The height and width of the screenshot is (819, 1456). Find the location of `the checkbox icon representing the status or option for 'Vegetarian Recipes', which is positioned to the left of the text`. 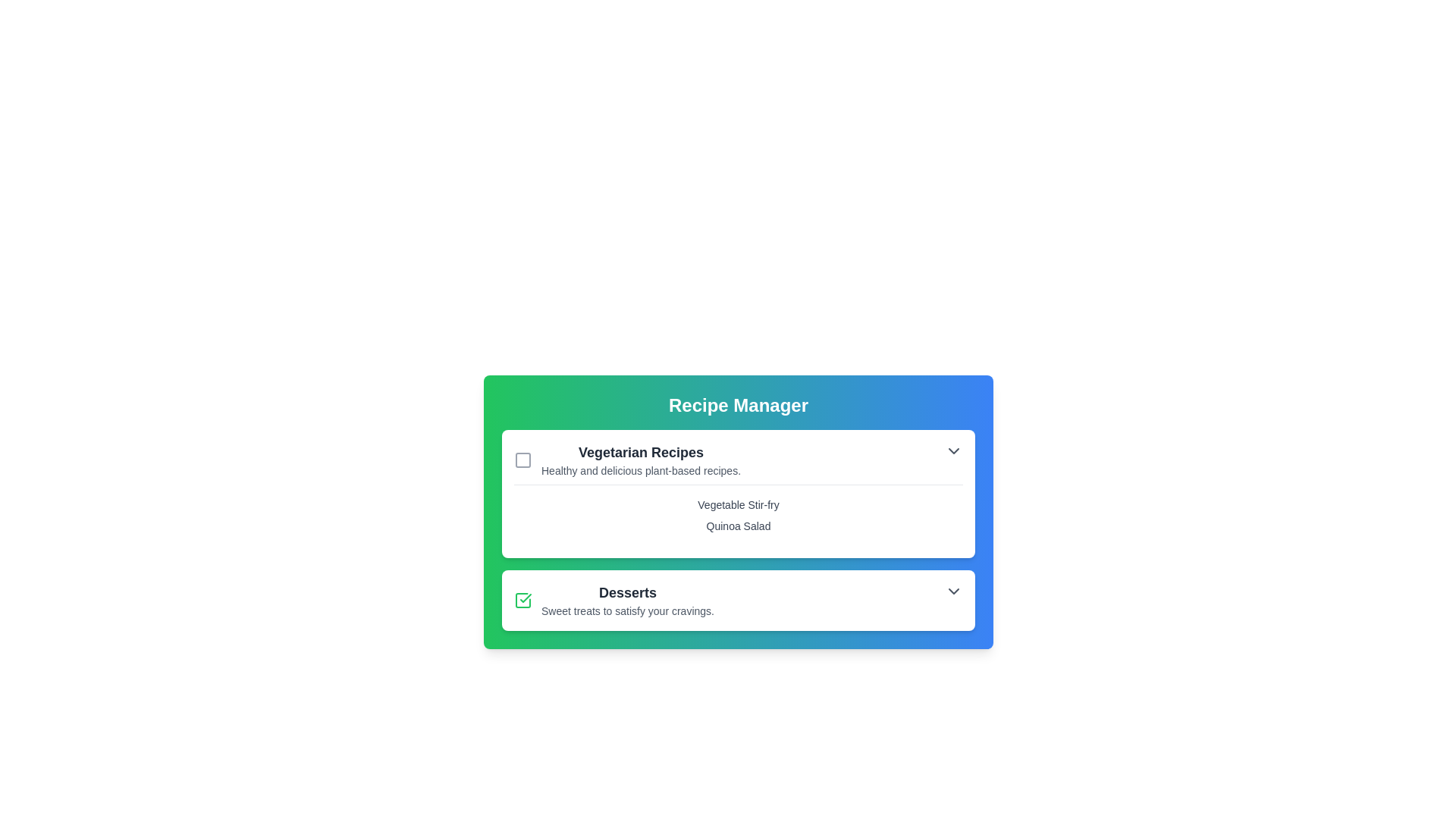

the checkbox icon representing the status or option for 'Vegetarian Recipes', which is positioned to the left of the text is located at coordinates (523, 459).